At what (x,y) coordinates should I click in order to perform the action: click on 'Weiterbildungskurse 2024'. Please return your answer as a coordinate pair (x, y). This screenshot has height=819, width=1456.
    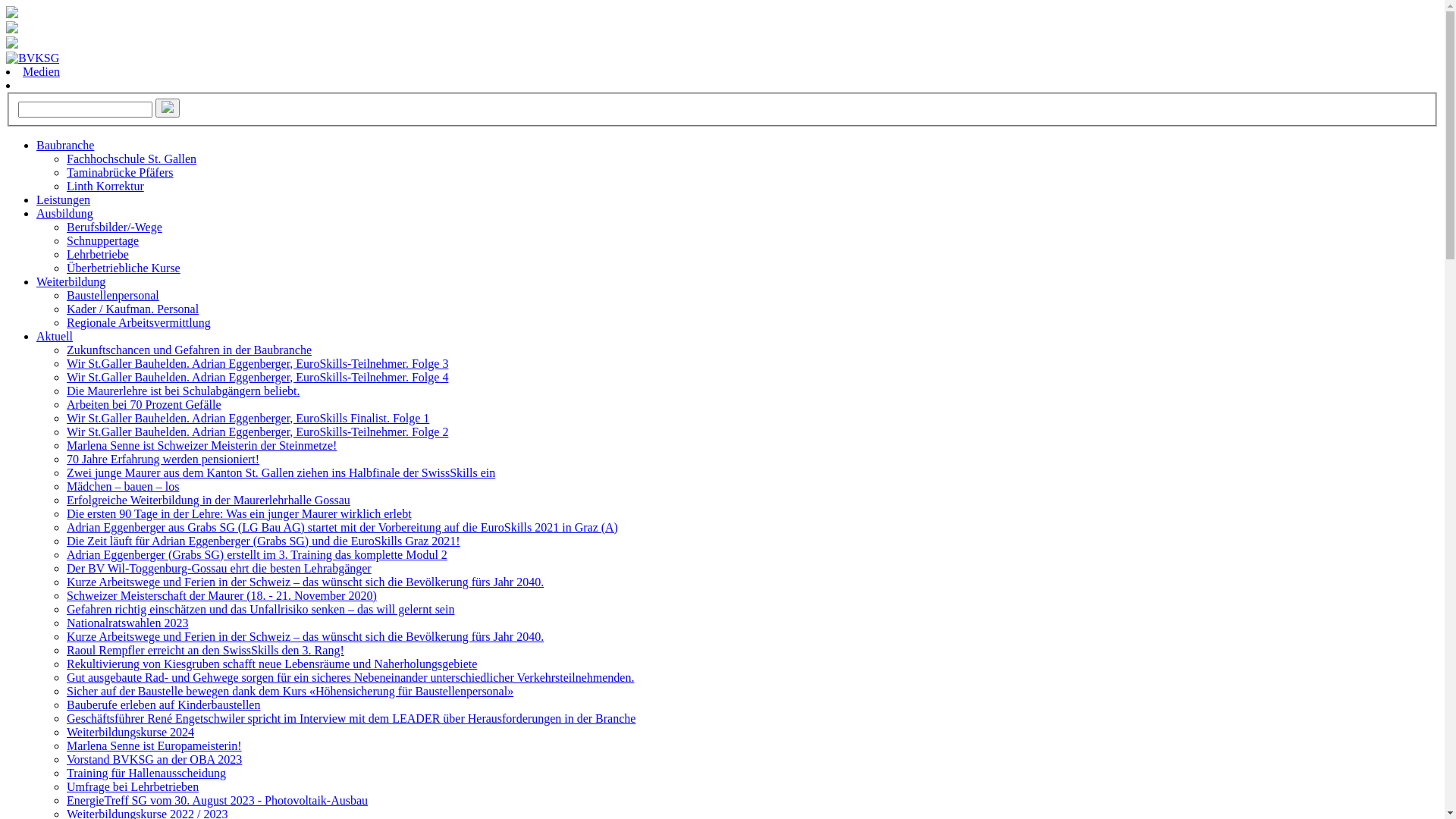
    Looking at the image, I should click on (130, 731).